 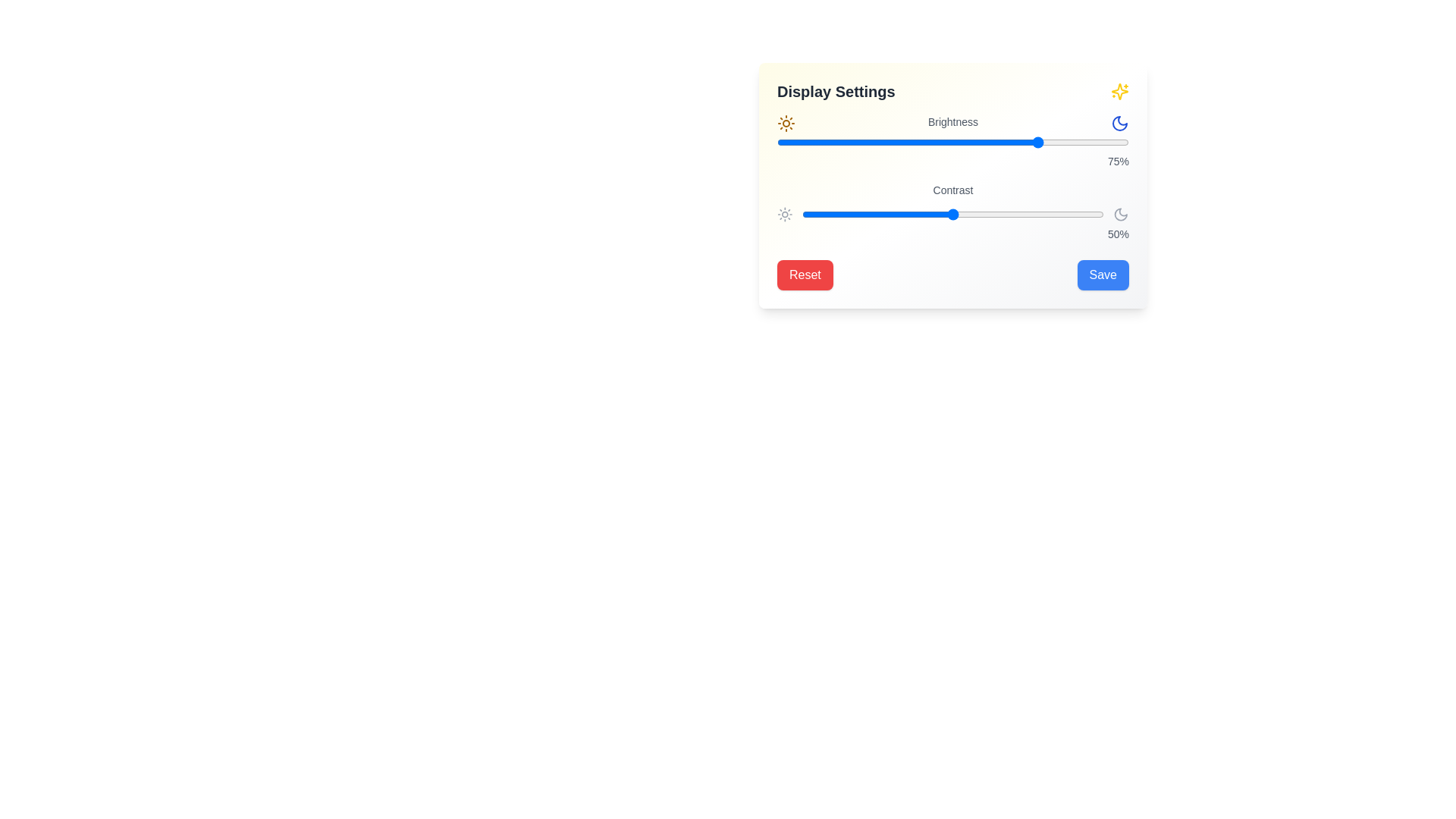 I want to click on the contrast, so click(x=1031, y=214).